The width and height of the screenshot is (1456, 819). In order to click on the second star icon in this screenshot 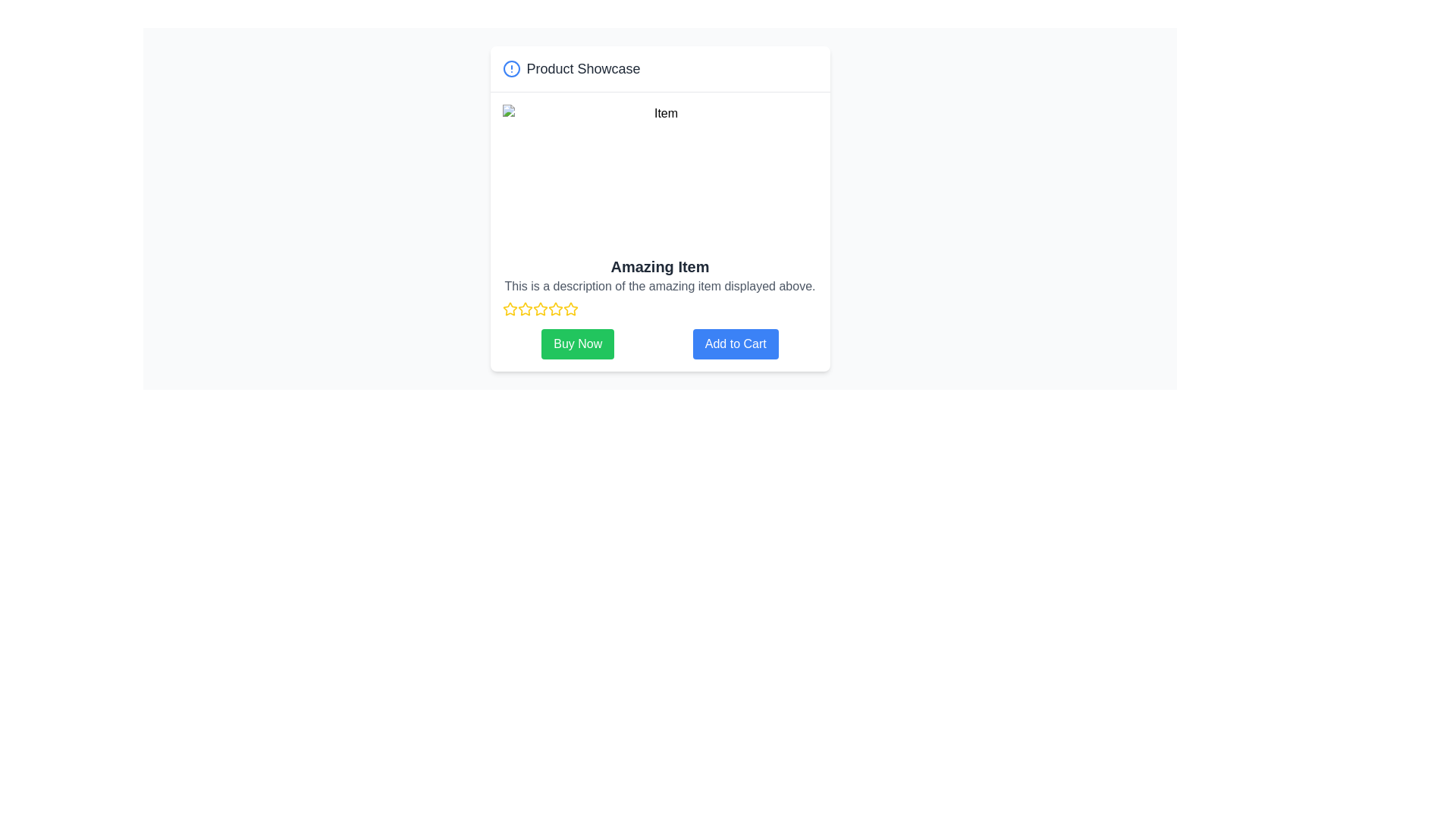, I will do `click(525, 308)`.